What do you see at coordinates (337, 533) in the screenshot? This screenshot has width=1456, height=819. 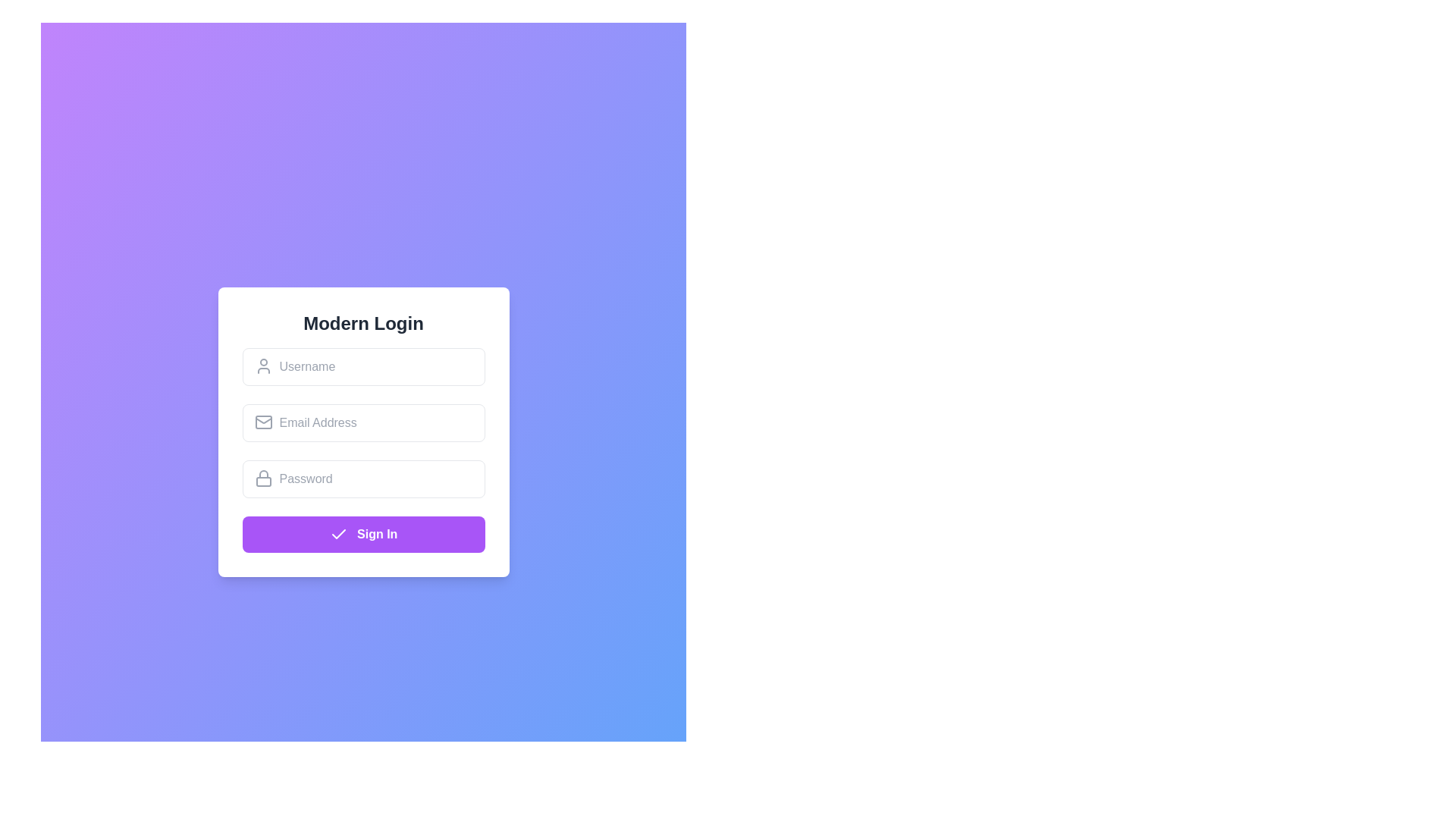 I see `the checkmark icon located inside the purple 'Sign In' button at the bottom of the login form` at bounding box center [337, 533].